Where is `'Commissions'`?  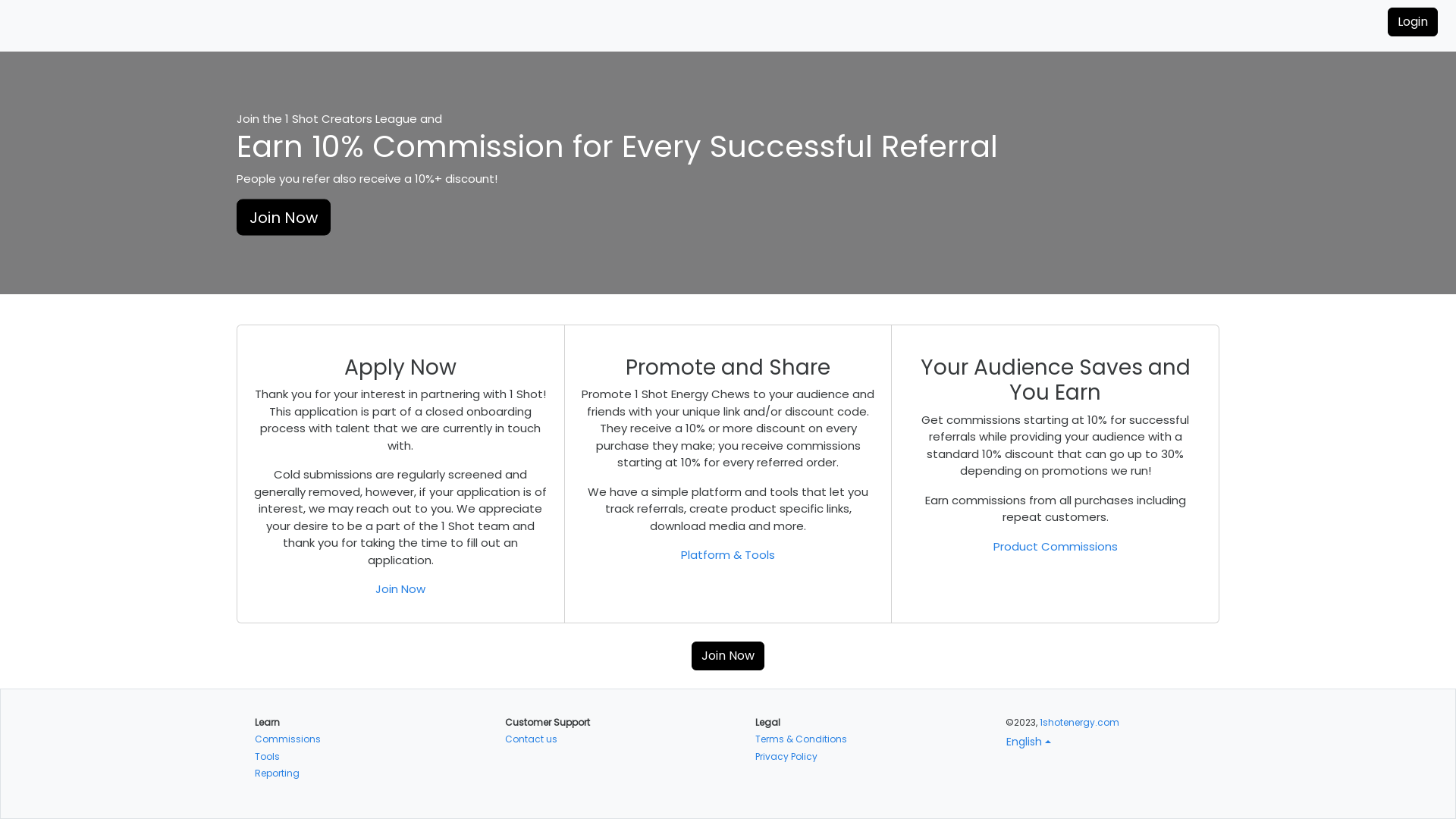 'Commissions' is located at coordinates (281, 704).